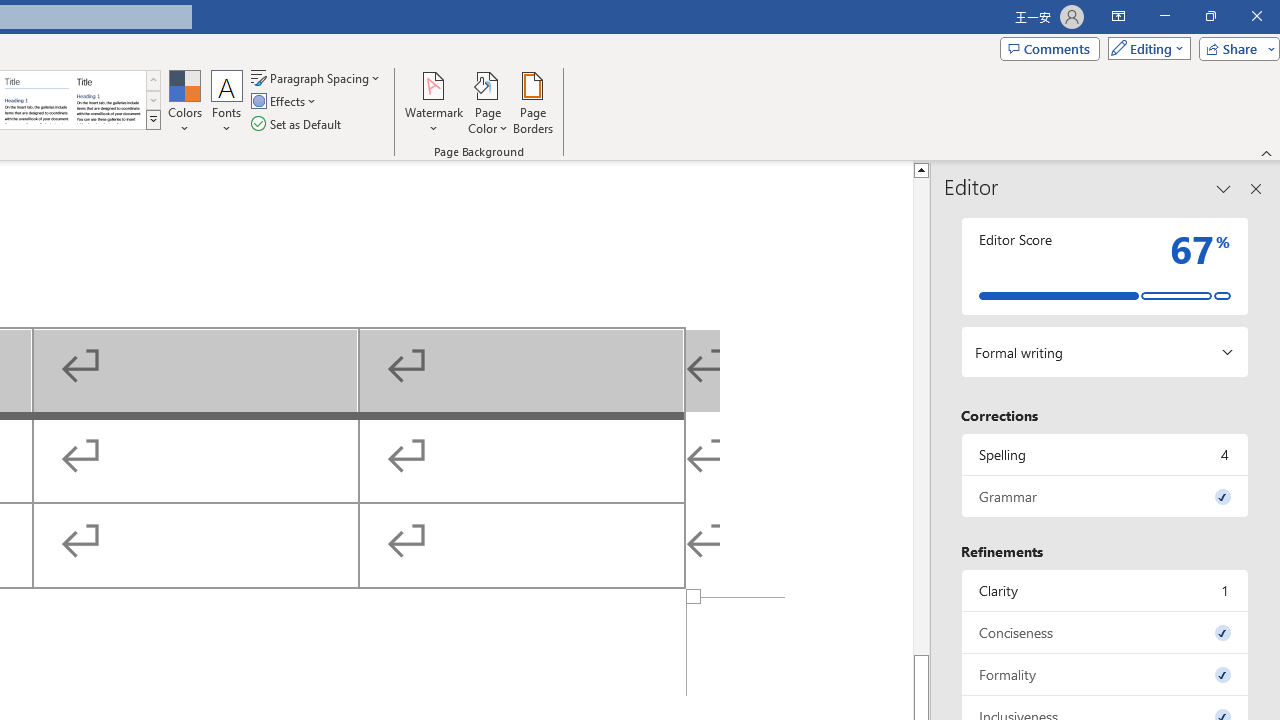 This screenshot has width=1280, height=720. I want to click on 'Watermark', so click(433, 103).